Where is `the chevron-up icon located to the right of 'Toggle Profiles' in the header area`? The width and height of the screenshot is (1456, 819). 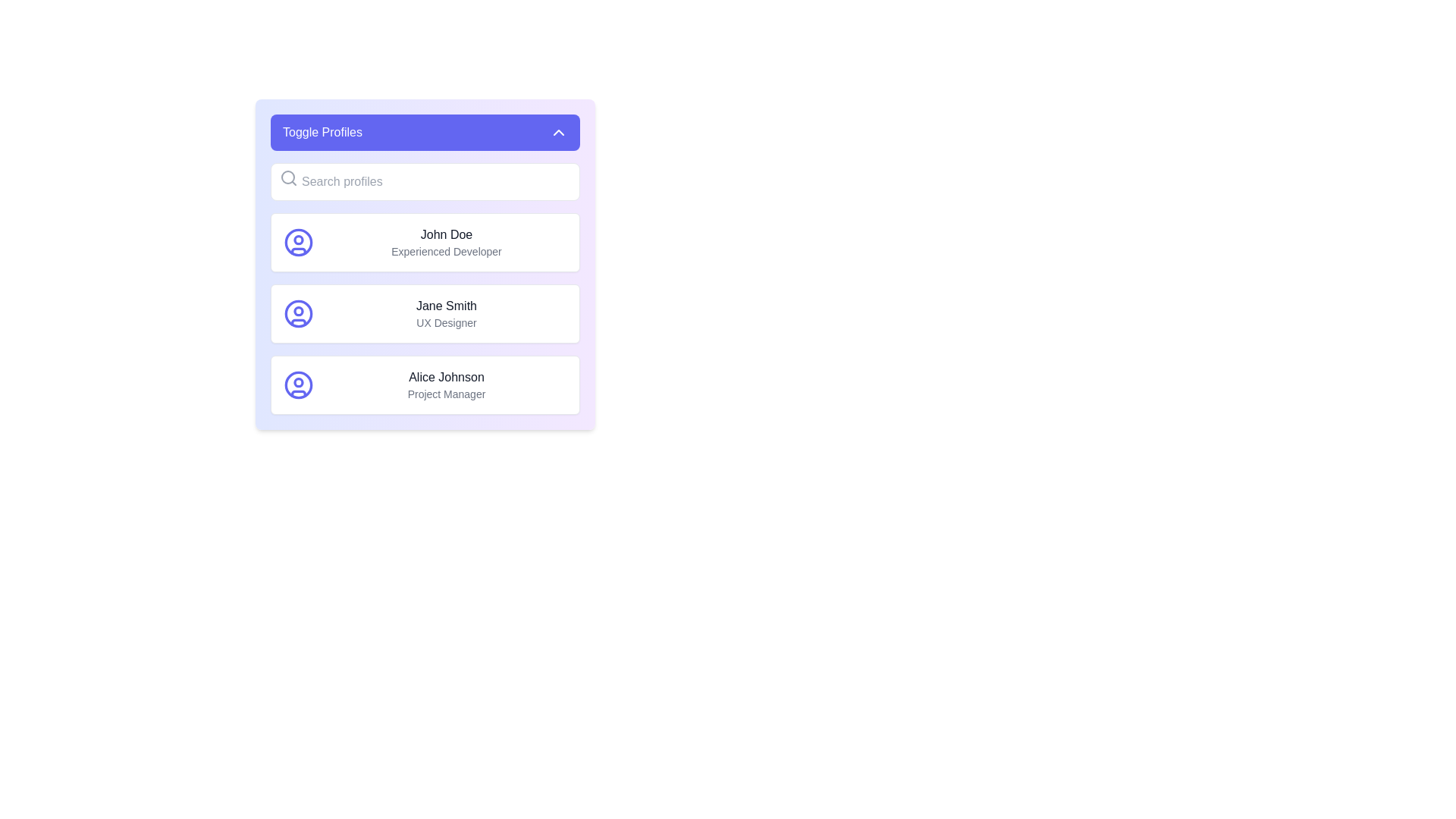
the chevron-up icon located to the right of 'Toggle Profiles' in the header area is located at coordinates (558, 131).